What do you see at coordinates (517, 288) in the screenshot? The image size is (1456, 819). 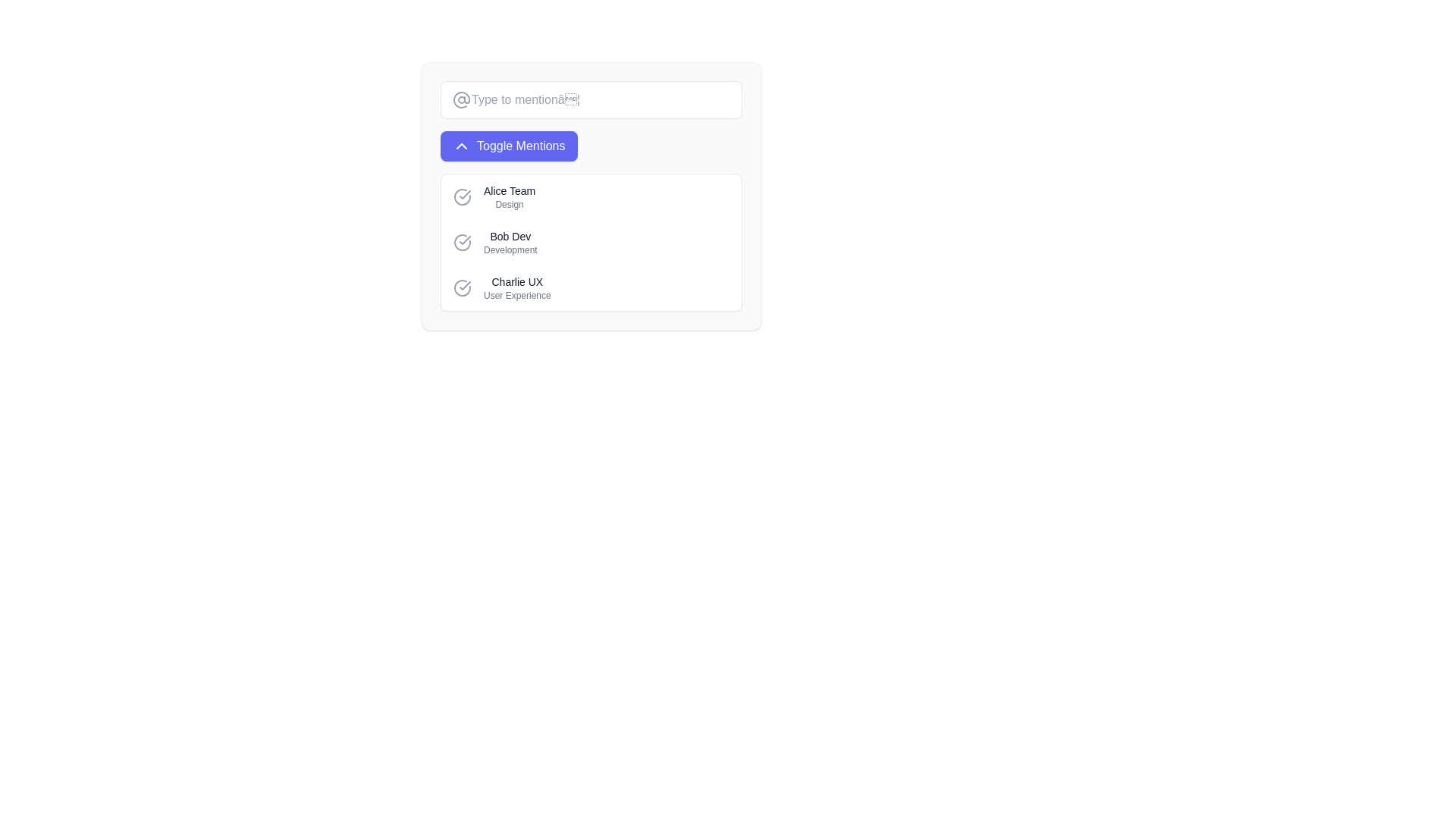 I see `the selectable list item identifying the user 'Charlie UX' under the category 'User Experience' within the 'Toggle Mentions' dropdown menu` at bounding box center [517, 288].